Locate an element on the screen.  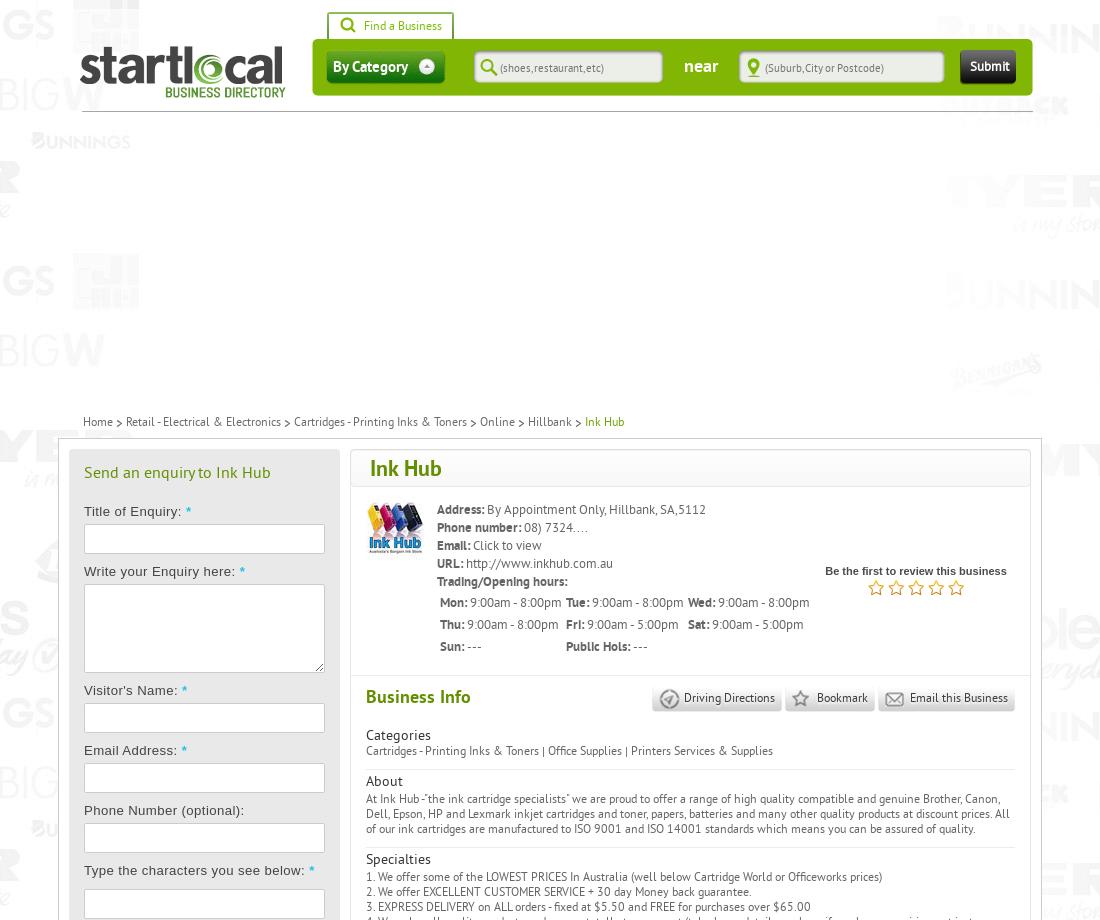
'Visitor's Name:' is located at coordinates (132, 690).